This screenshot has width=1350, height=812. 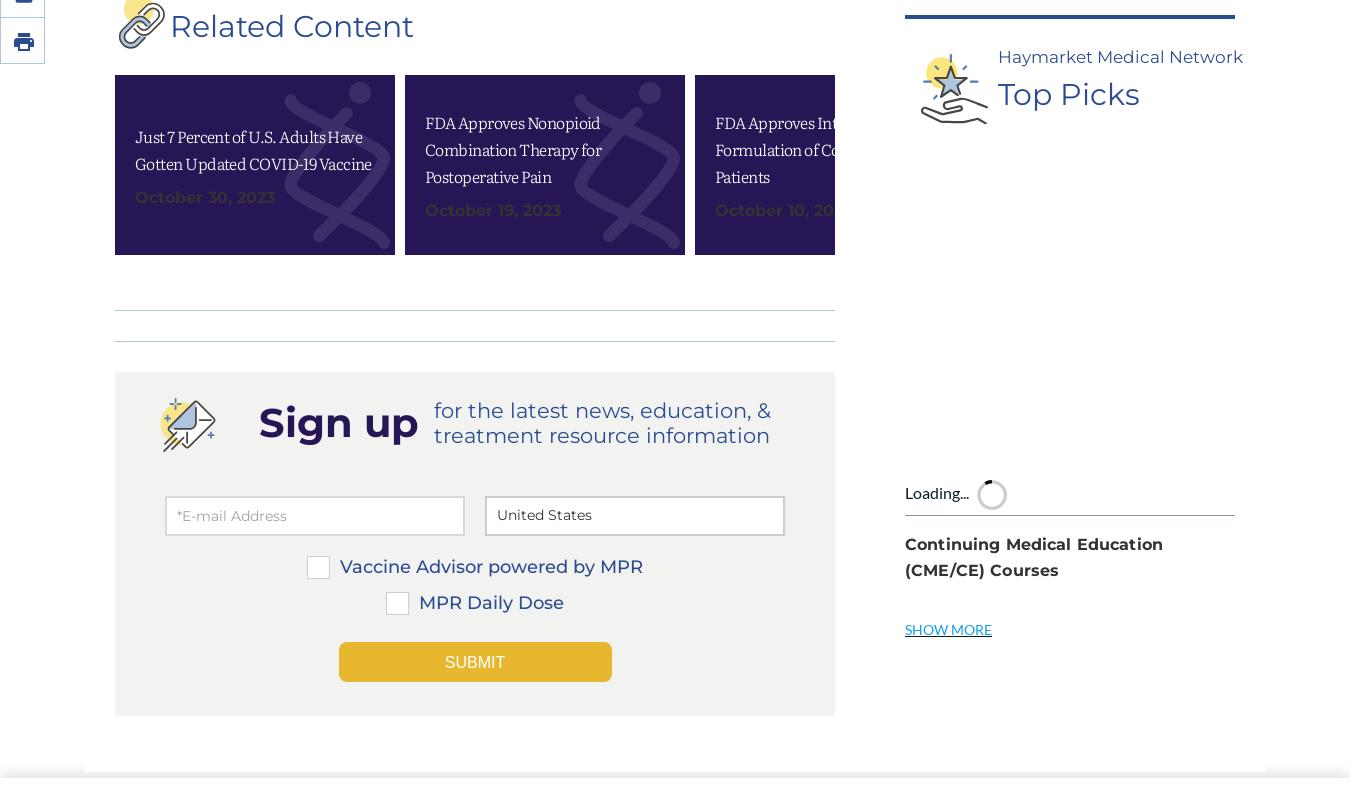 What do you see at coordinates (904, 357) in the screenshot?
I see `'Show More'` at bounding box center [904, 357].